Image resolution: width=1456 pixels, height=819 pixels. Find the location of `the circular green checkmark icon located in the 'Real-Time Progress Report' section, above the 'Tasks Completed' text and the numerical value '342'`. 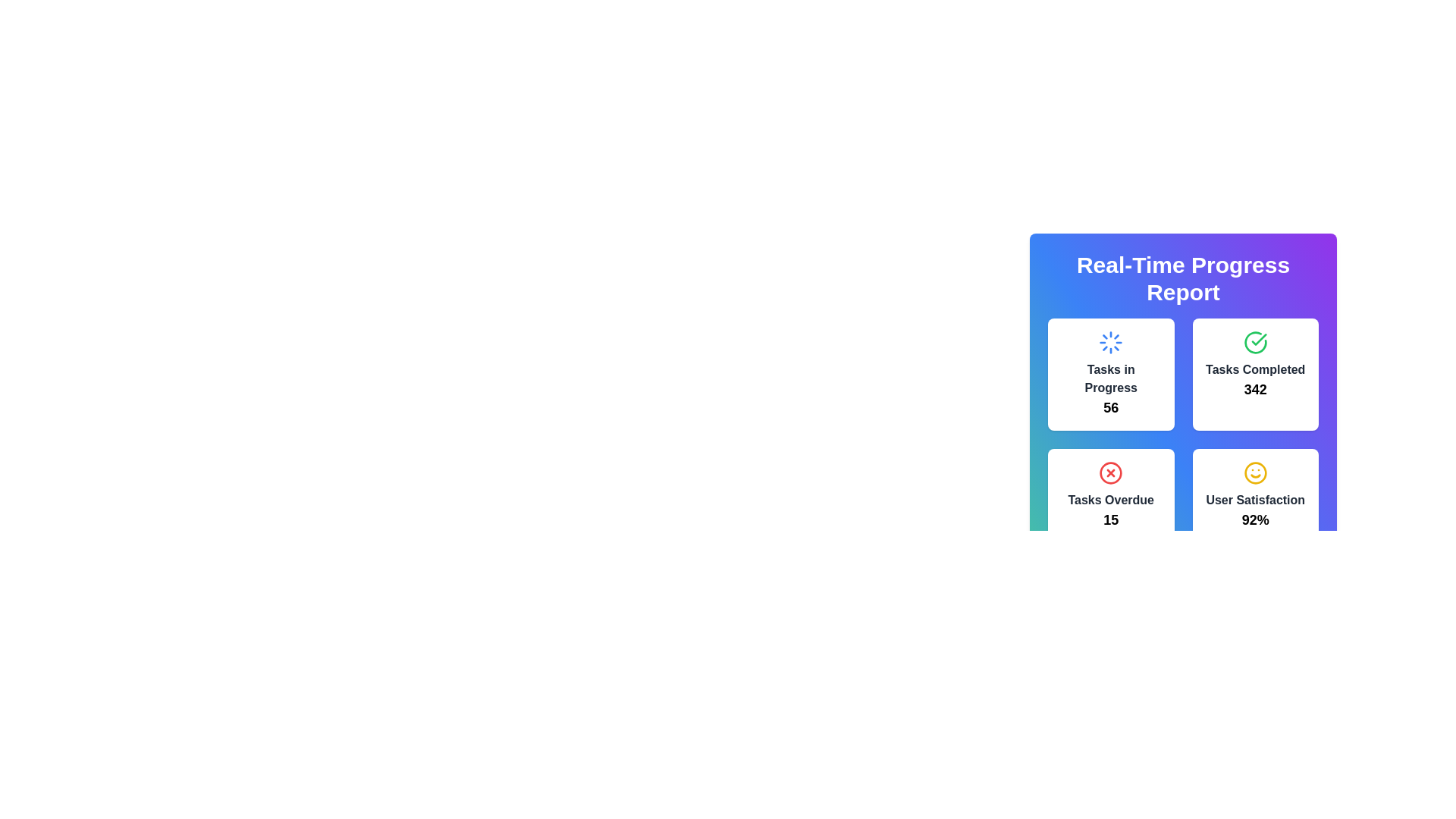

the circular green checkmark icon located in the 'Real-Time Progress Report' section, above the 'Tasks Completed' text and the numerical value '342' is located at coordinates (1255, 342).